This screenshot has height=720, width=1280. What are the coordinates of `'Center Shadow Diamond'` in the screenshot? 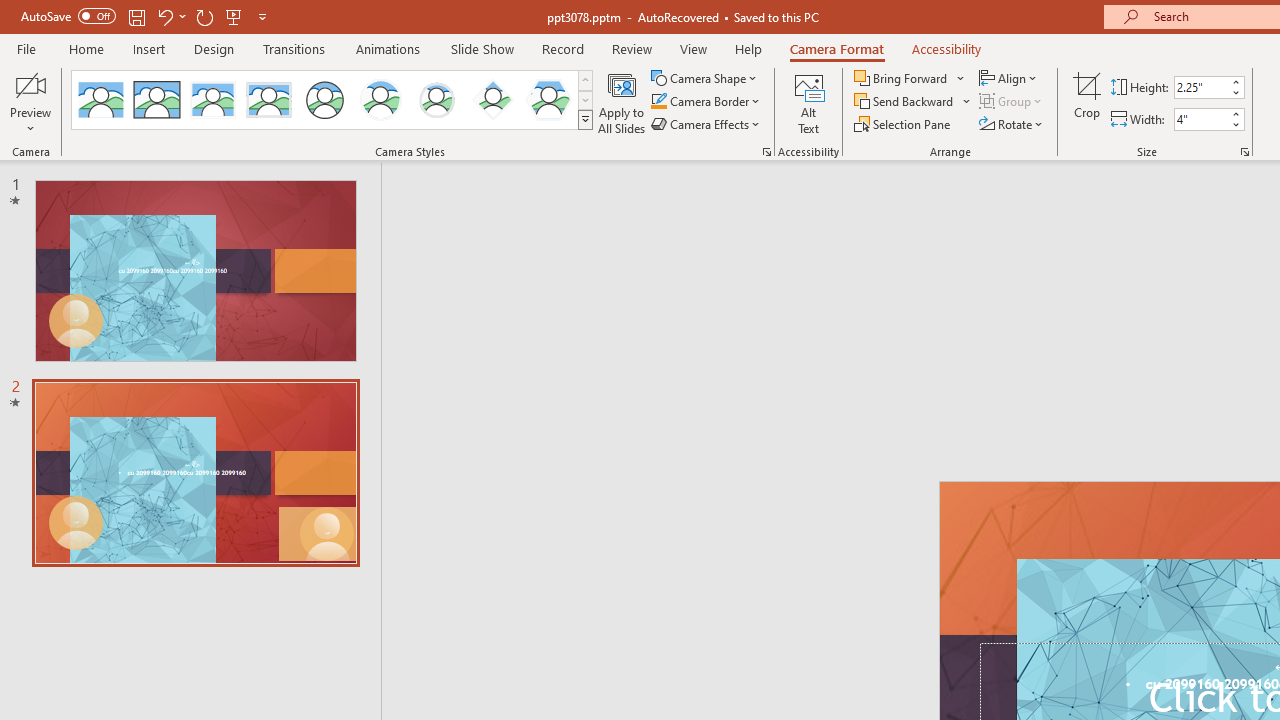 It's located at (492, 100).